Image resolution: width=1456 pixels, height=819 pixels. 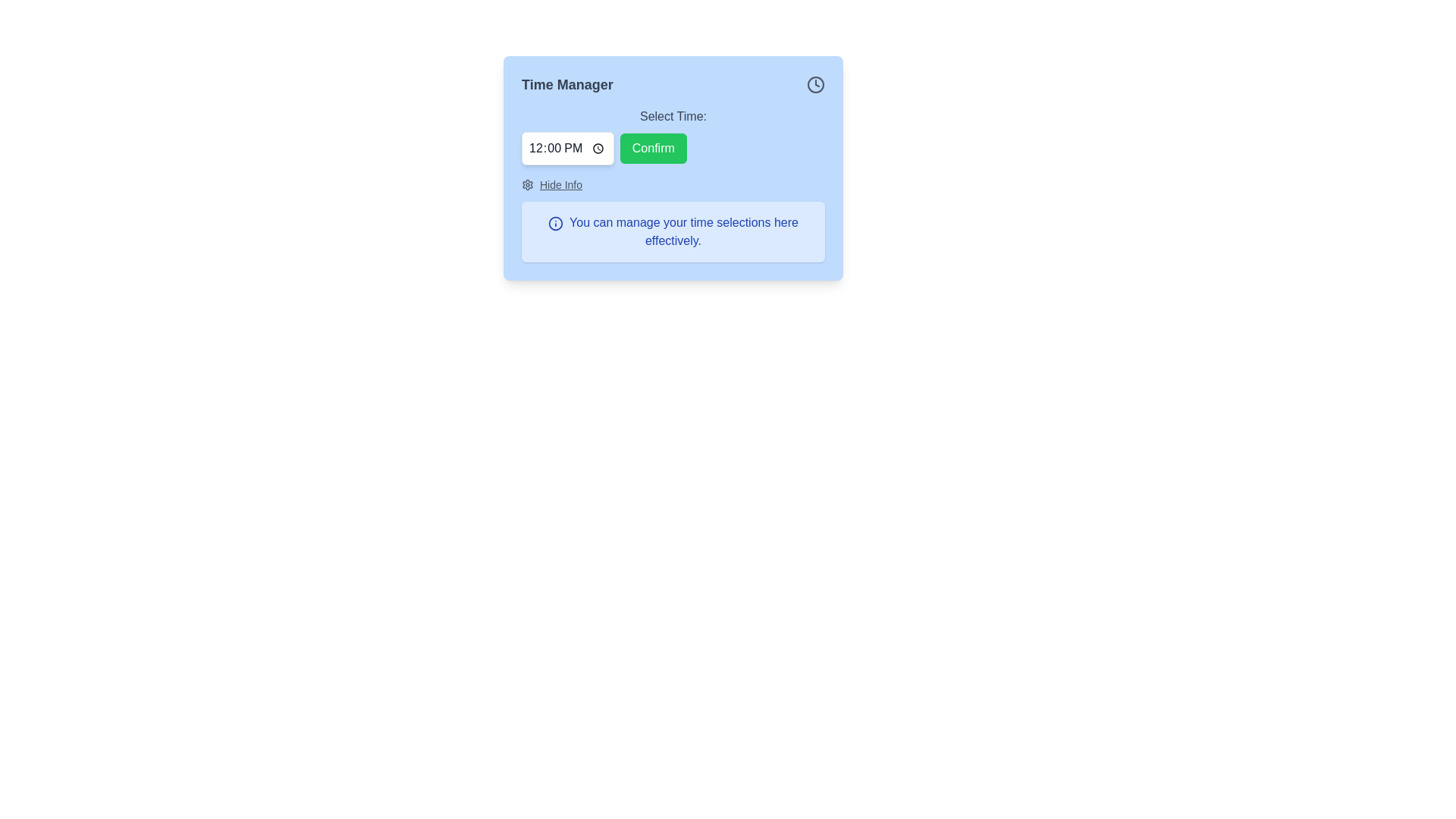 What do you see at coordinates (560, 184) in the screenshot?
I see `the text link located to the right of the settings icon at the bottom left of the 'Time Manager' card interface` at bounding box center [560, 184].